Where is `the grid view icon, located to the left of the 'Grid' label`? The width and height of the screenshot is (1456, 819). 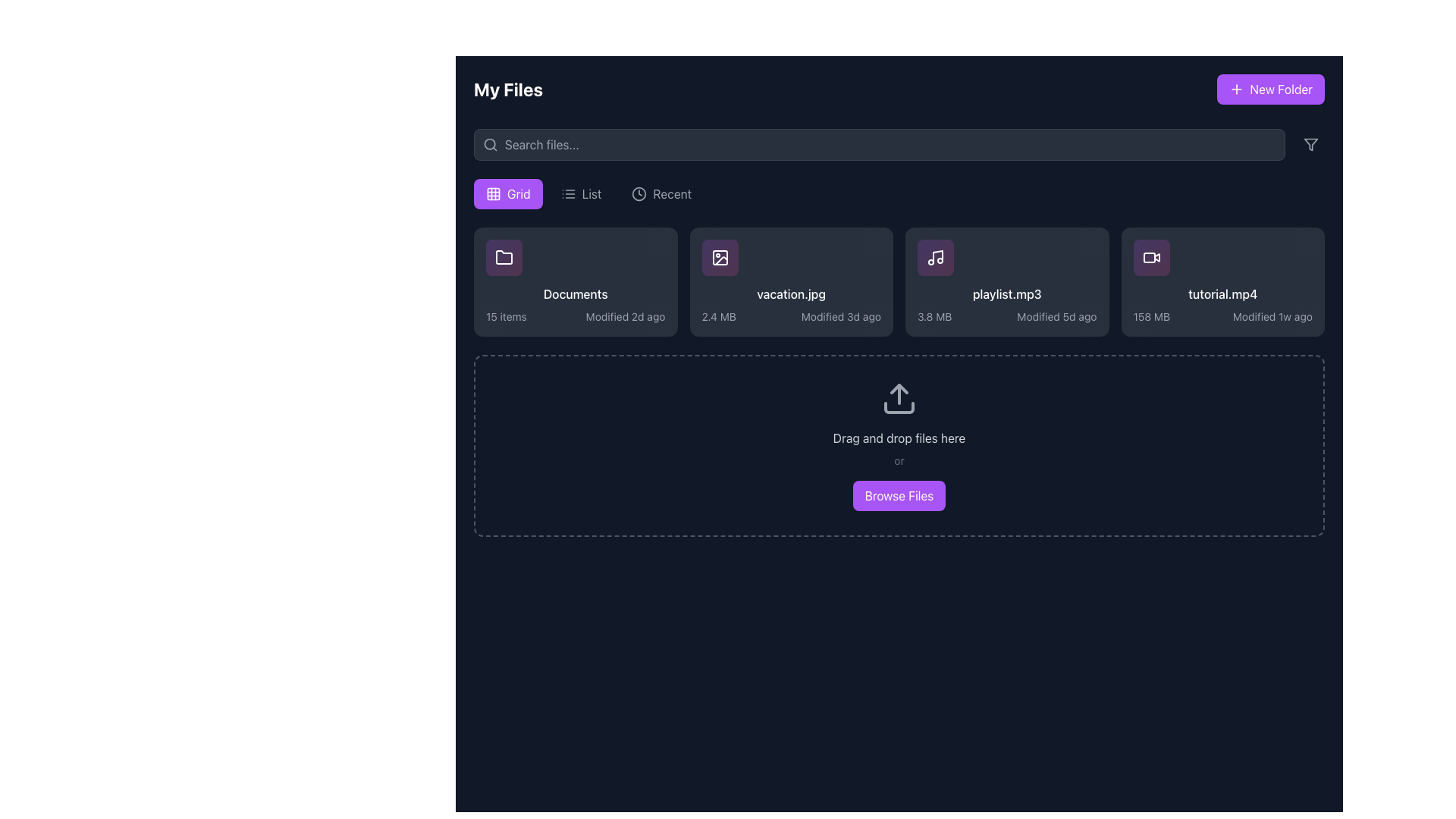 the grid view icon, located to the left of the 'Grid' label is located at coordinates (494, 193).